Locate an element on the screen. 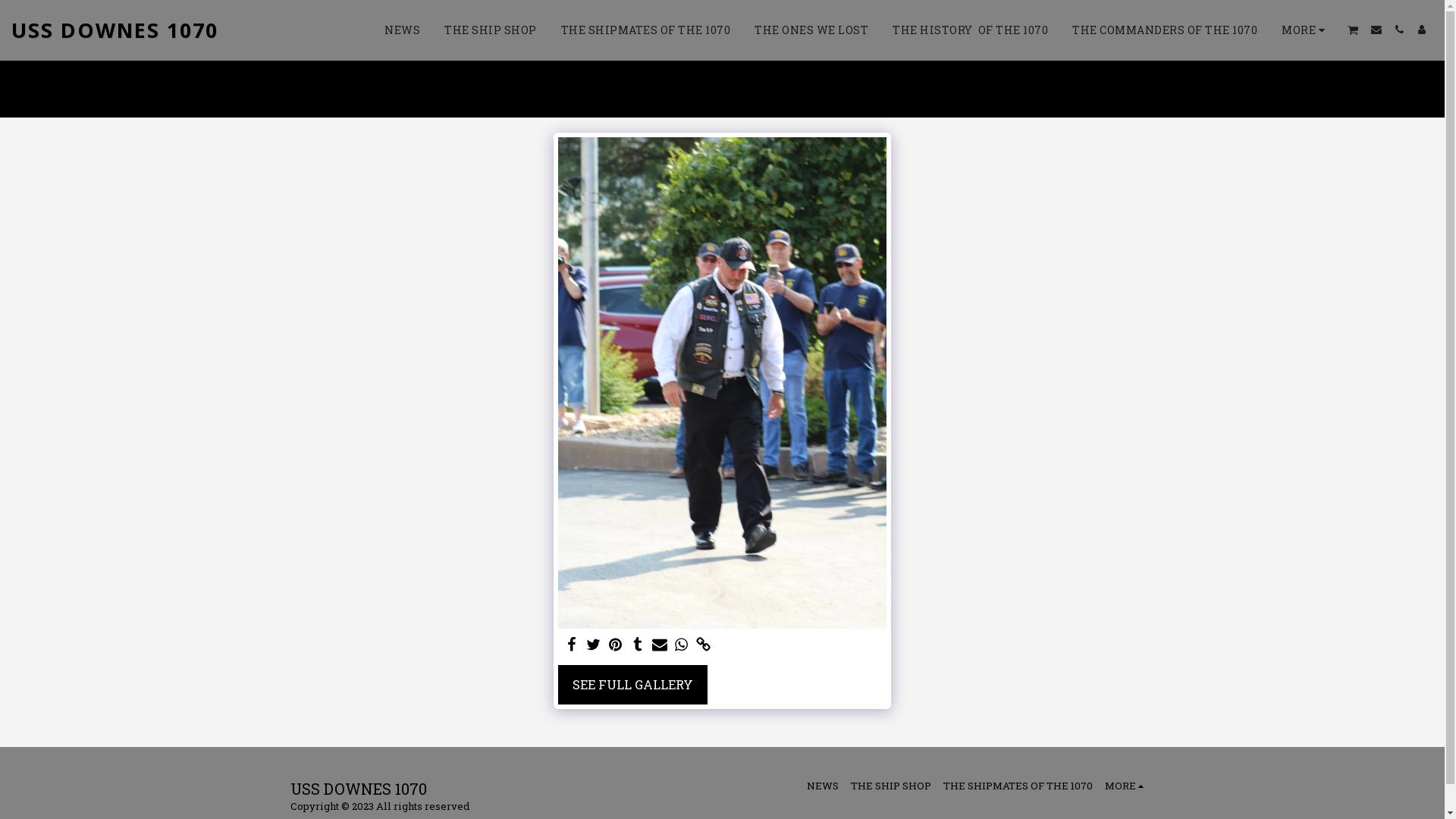  ' ' is located at coordinates (1353, 30).